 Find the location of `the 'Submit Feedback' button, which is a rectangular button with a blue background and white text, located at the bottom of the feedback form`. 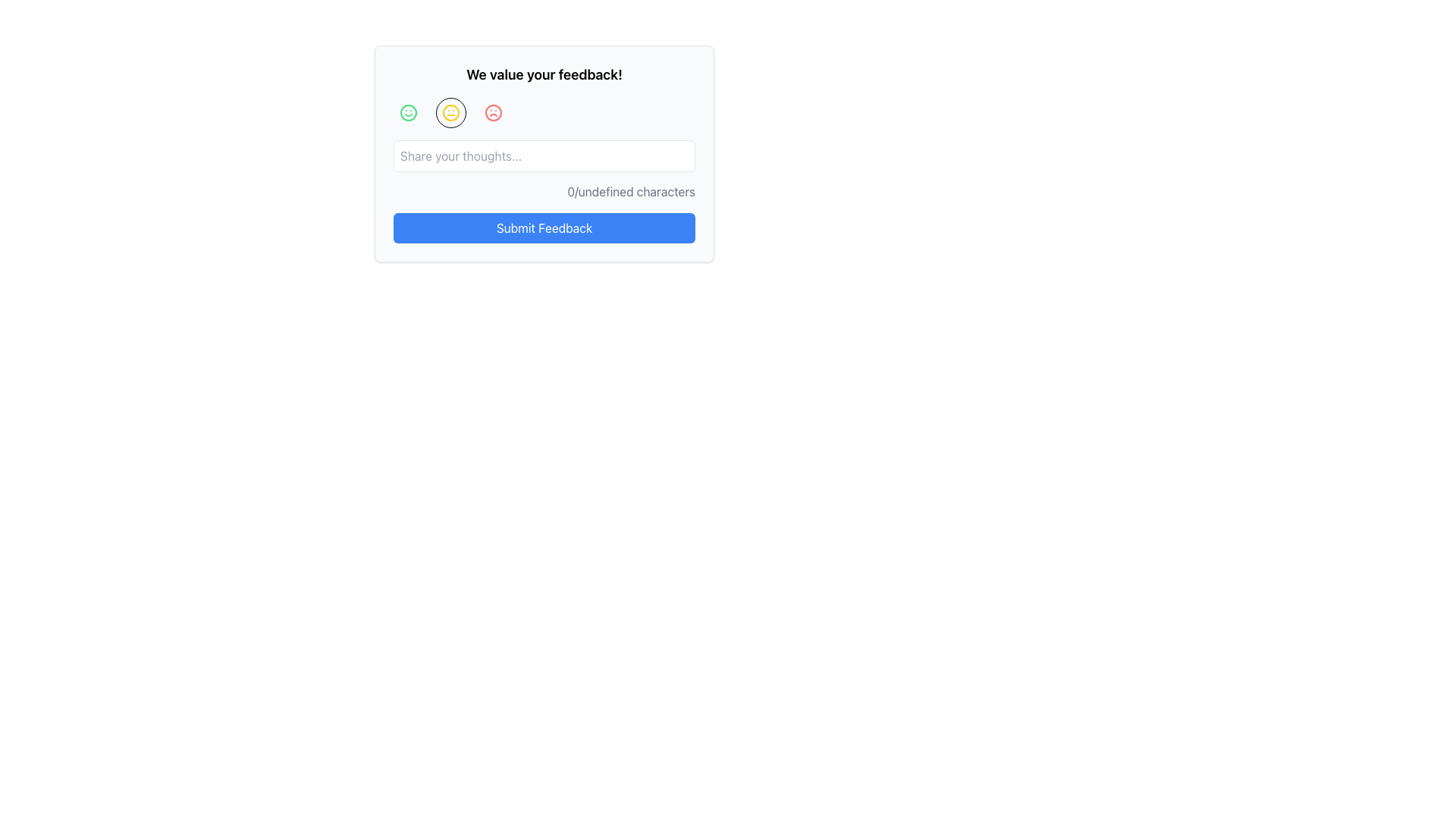

the 'Submit Feedback' button, which is a rectangular button with a blue background and white text, located at the bottom of the feedback form is located at coordinates (544, 227).